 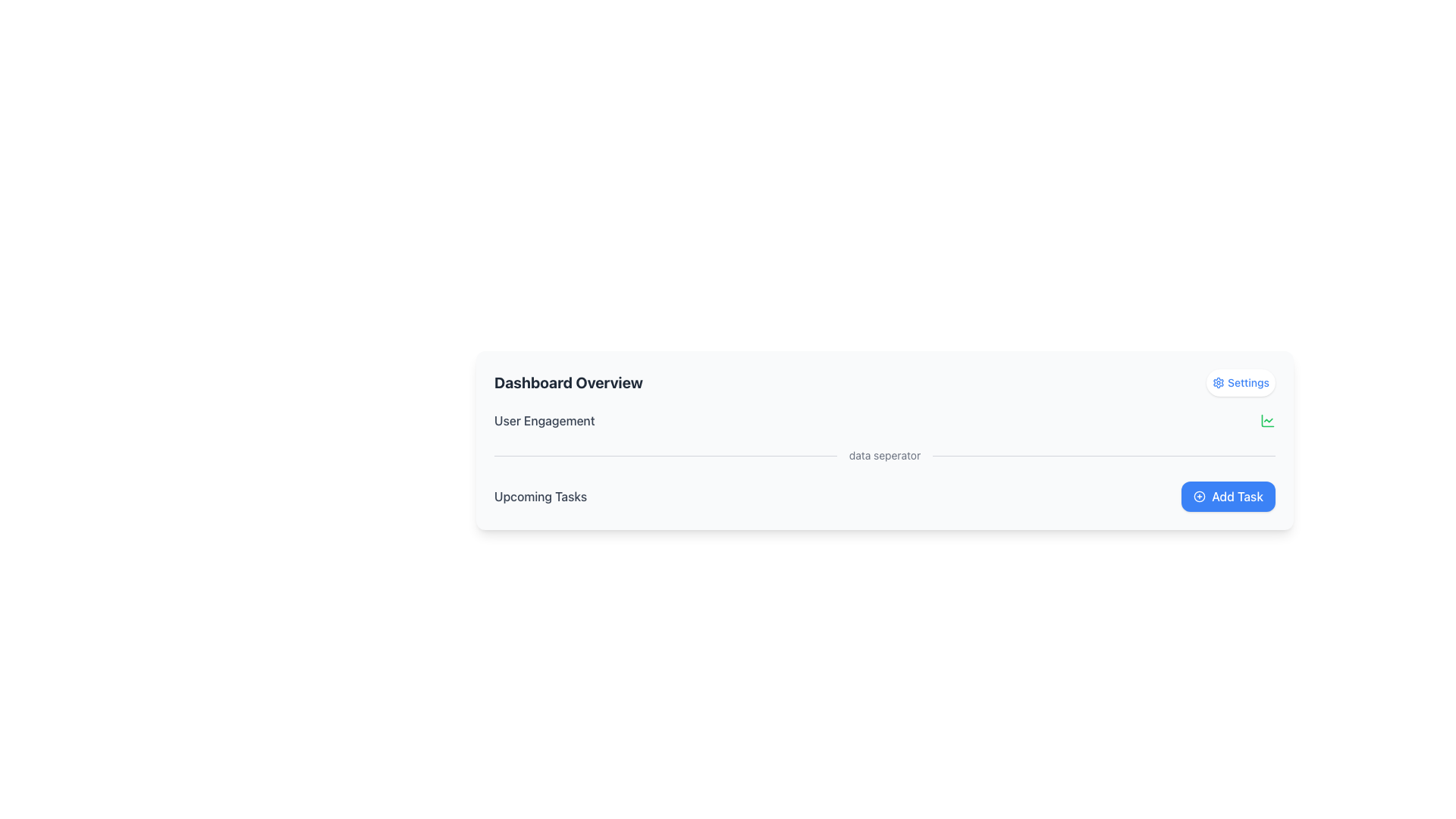 I want to click on the 'Settings' button with a blue font and a gear icon, so click(x=1241, y=382).